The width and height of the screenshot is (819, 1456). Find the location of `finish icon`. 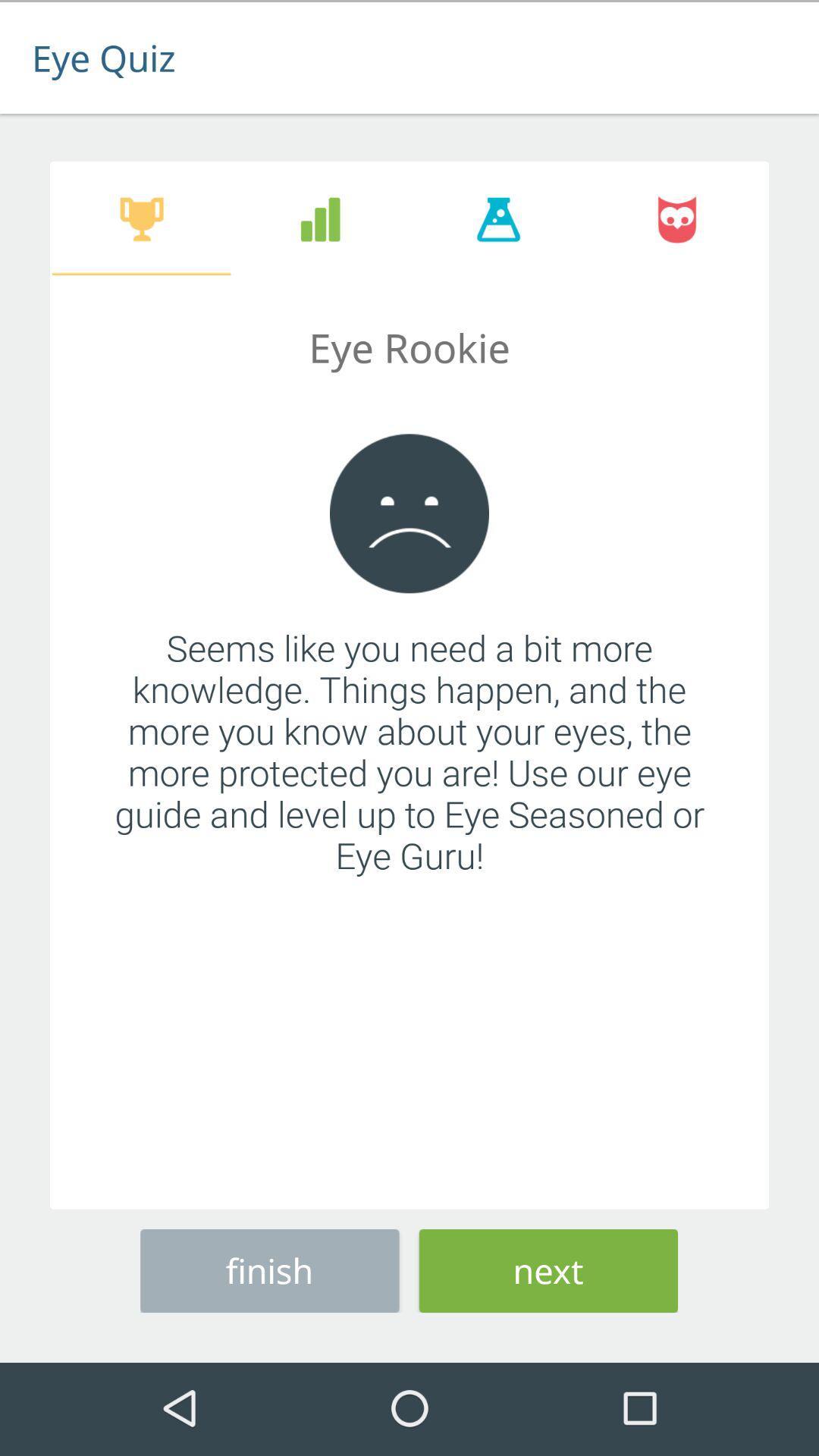

finish icon is located at coordinates (268, 1268).